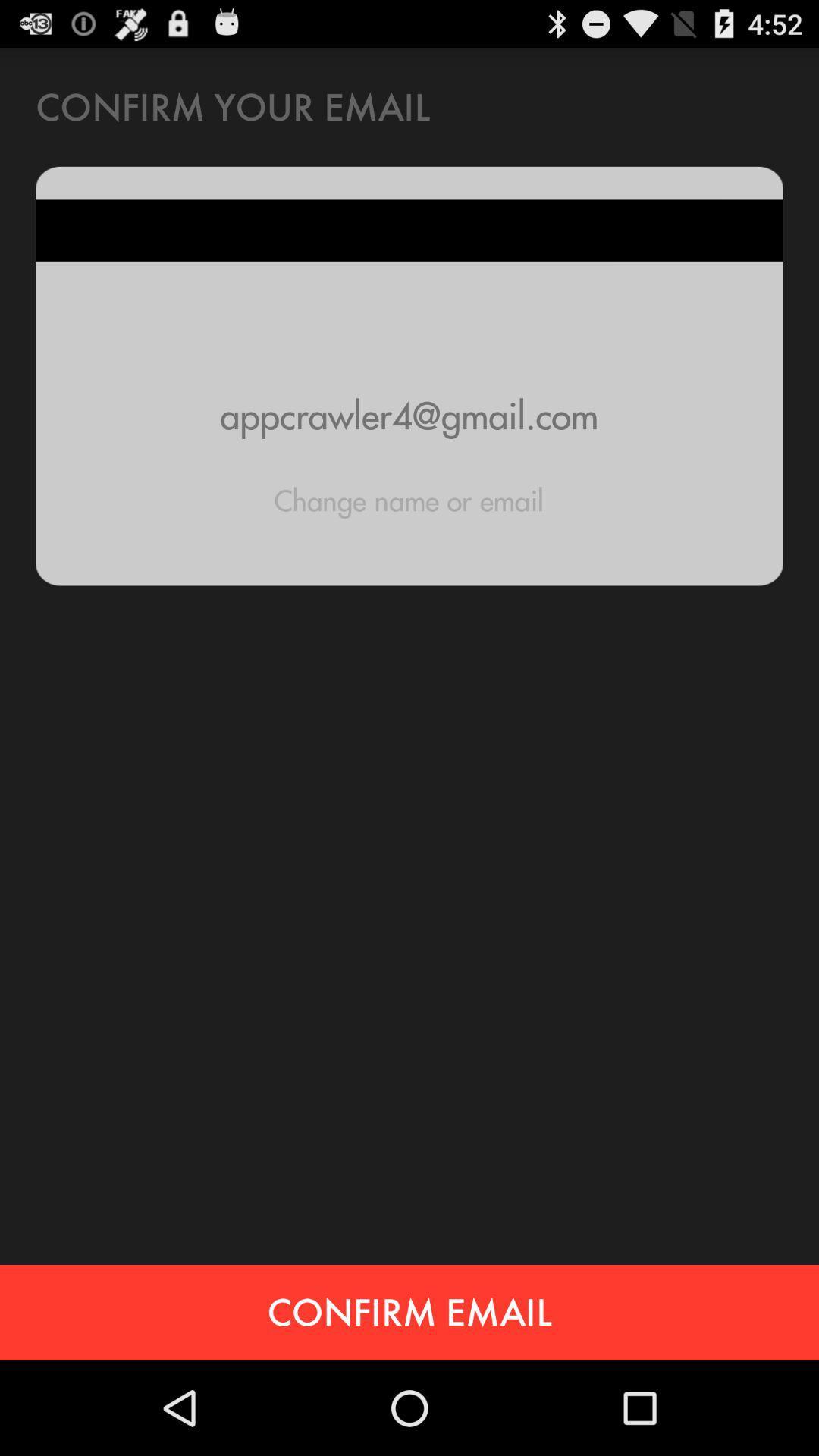  Describe the element at coordinates (409, 416) in the screenshot. I see `appcrawler4@gmail.com` at that location.